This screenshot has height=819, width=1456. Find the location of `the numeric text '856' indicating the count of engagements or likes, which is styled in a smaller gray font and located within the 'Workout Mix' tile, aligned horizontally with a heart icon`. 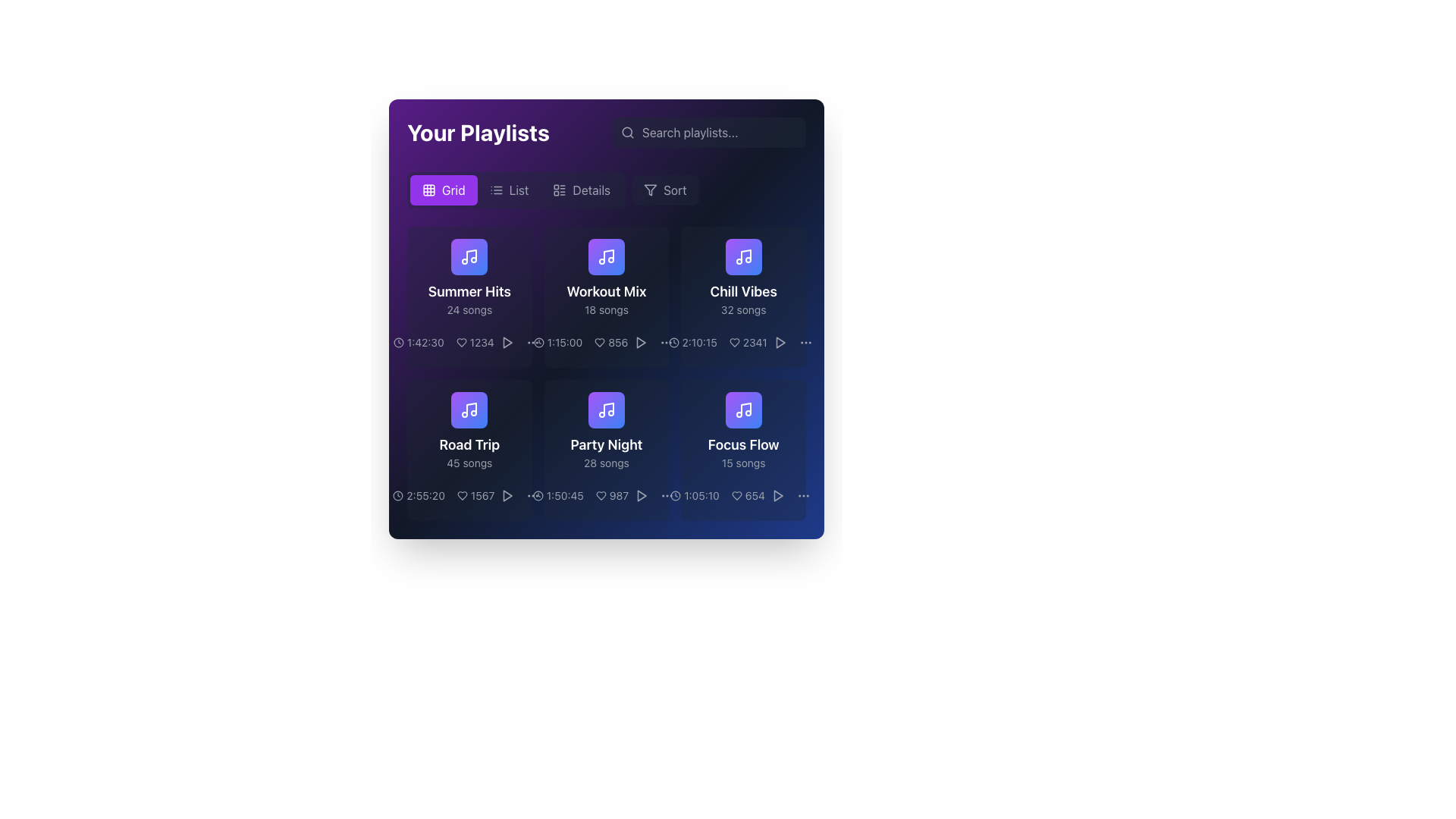

the numeric text '856' indicating the count of engagements or likes, which is styled in a smaller gray font and located within the 'Workout Mix' tile, aligned horizontally with a heart icon is located at coordinates (611, 342).